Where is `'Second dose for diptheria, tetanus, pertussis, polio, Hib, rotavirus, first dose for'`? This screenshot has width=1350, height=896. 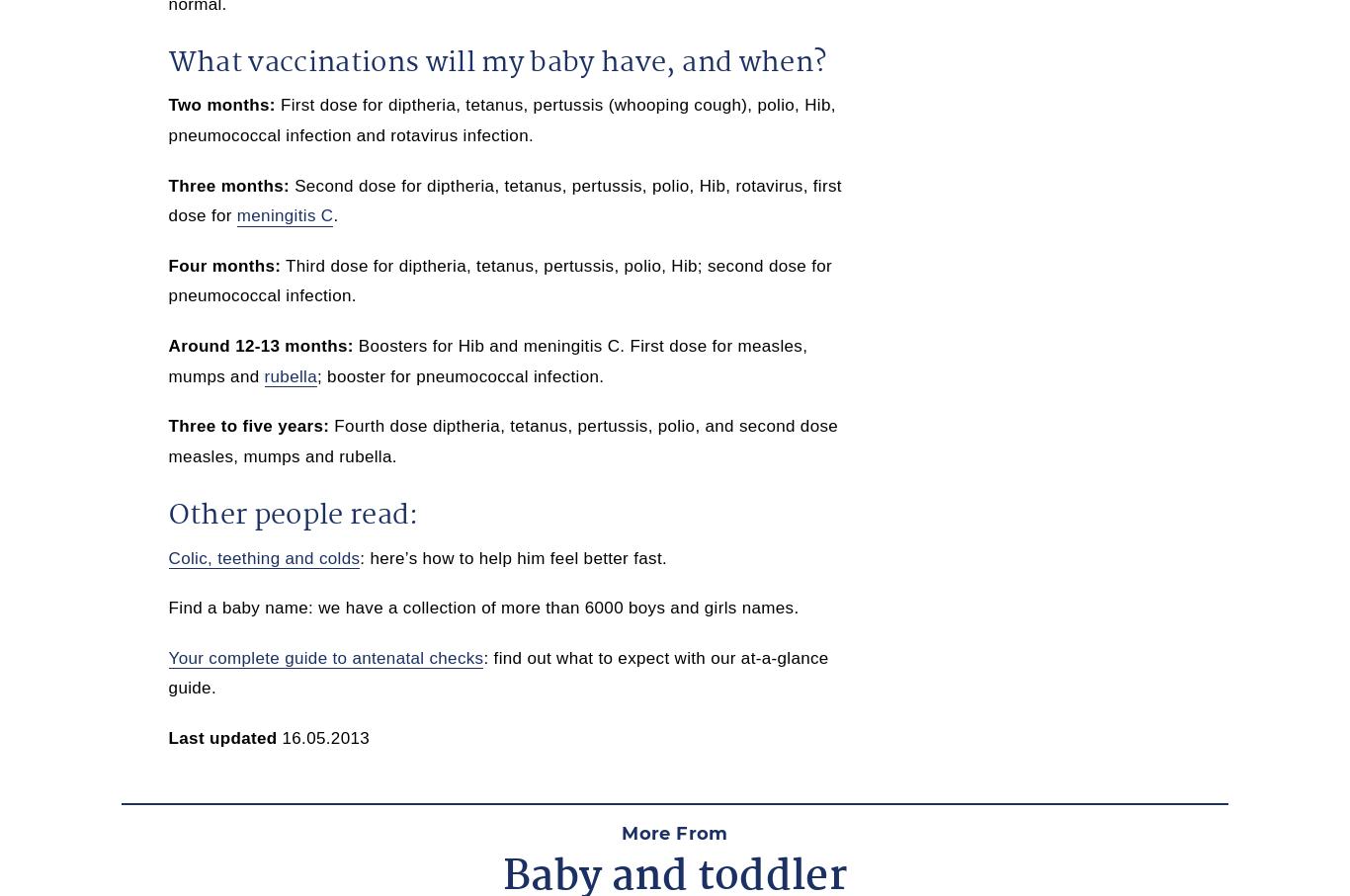 'Second dose for diptheria, tetanus, pertussis, polio, Hib, rotavirus, first dose for' is located at coordinates (167, 199).